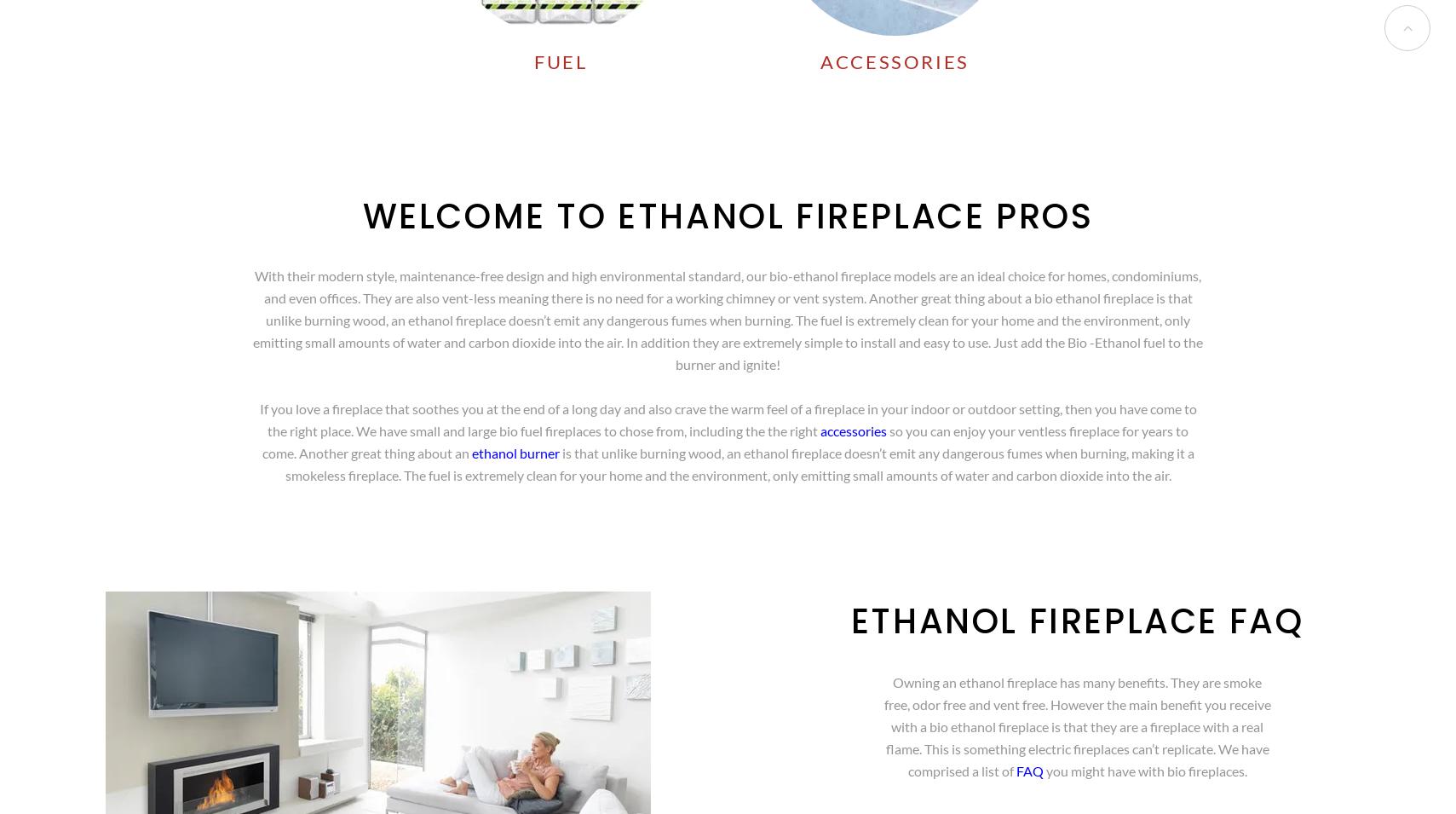  What do you see at coordinates (724, 442) in the screenshot?
I see `'so you can enjoy your ventless fireplace for years to come. Another great thing about an'` at bounding box center [724, 442].